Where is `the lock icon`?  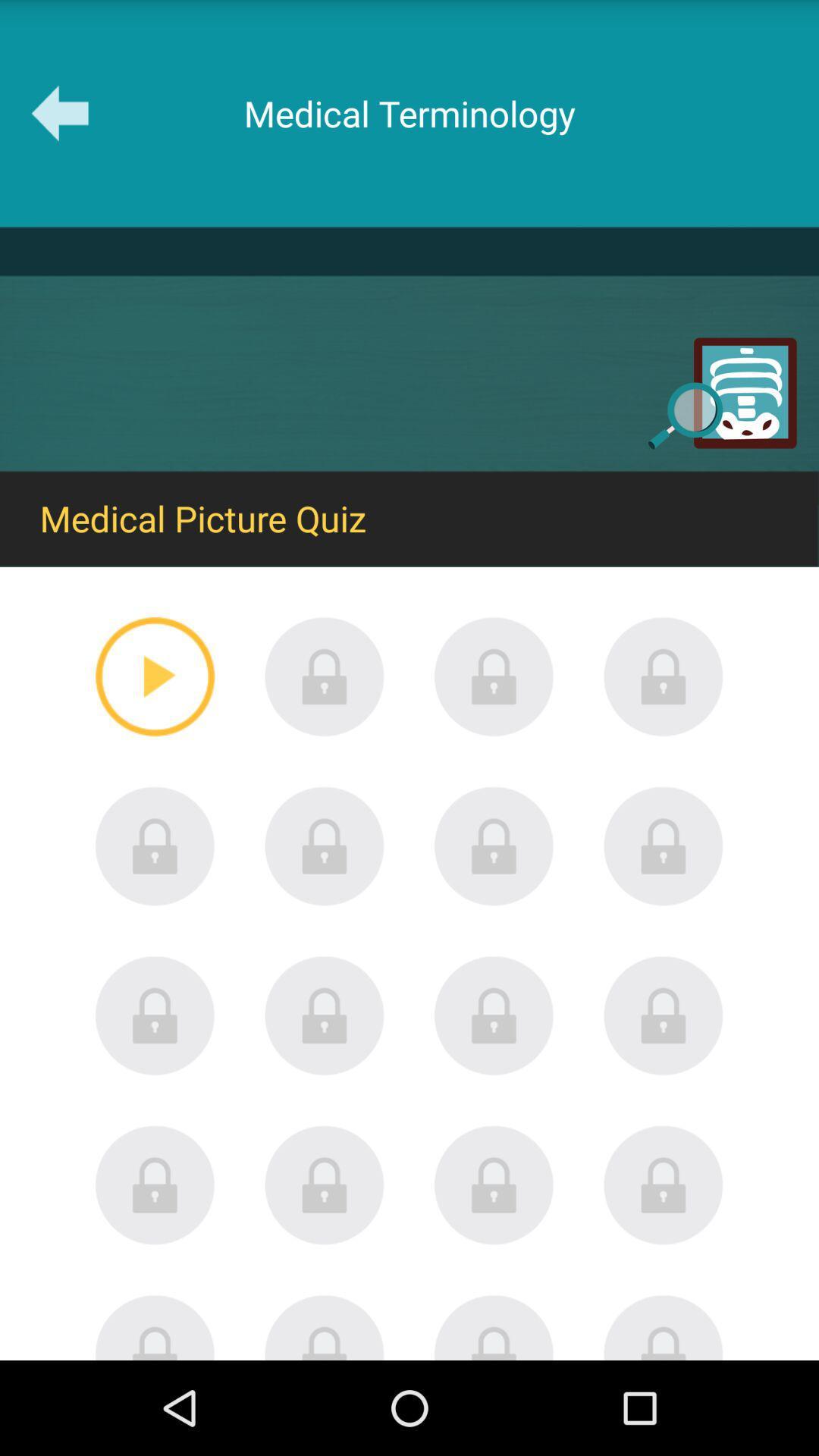
the lock icon is located at coordinates (324, 723).